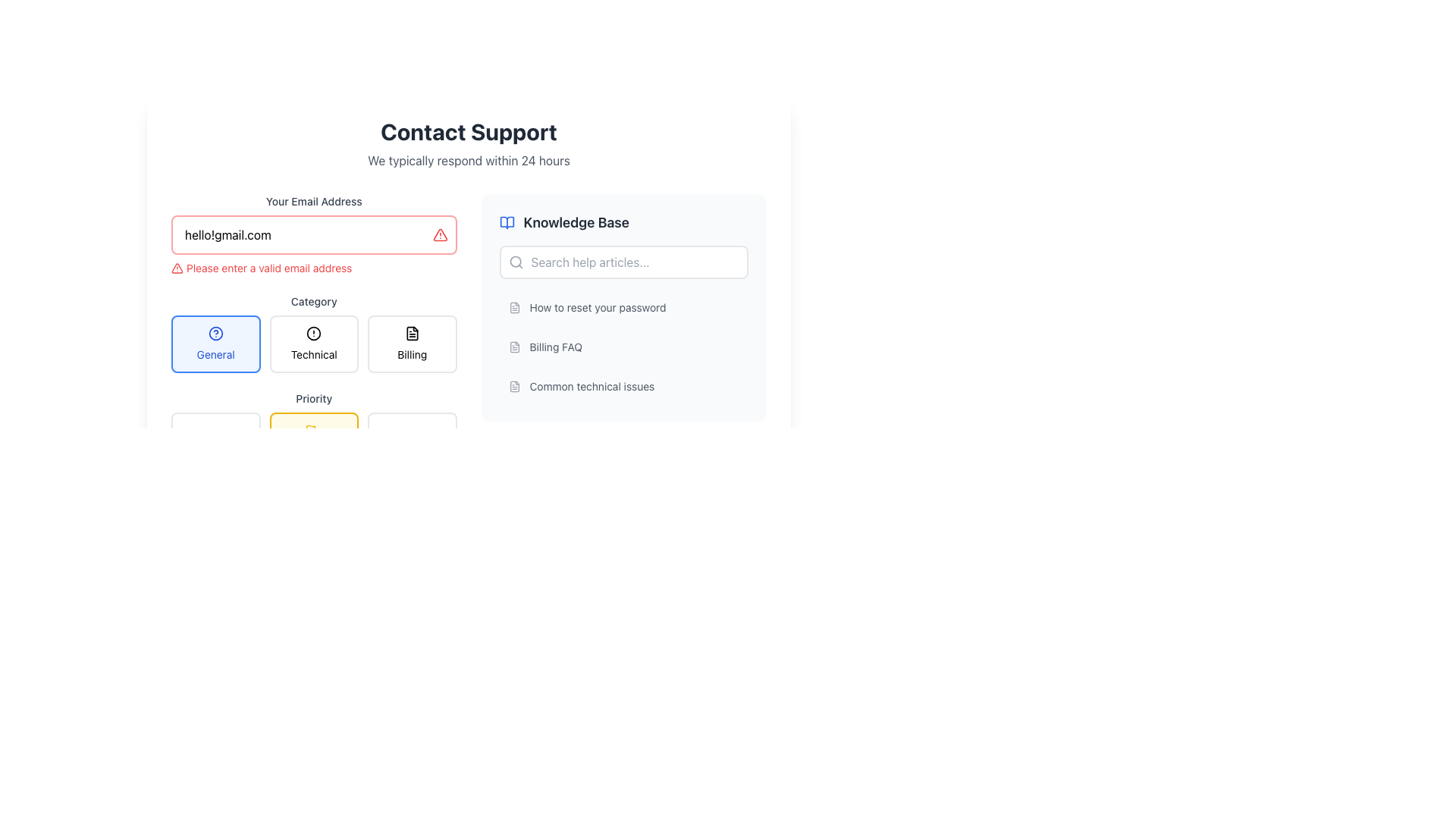  What do you see at coordinates (313, 427) in the screenshot?
I see `the 'Medium' button, which is a rectangular button with a yellow background and border, featuring a small flag icon on its left side` at bounding box center [313, 427].